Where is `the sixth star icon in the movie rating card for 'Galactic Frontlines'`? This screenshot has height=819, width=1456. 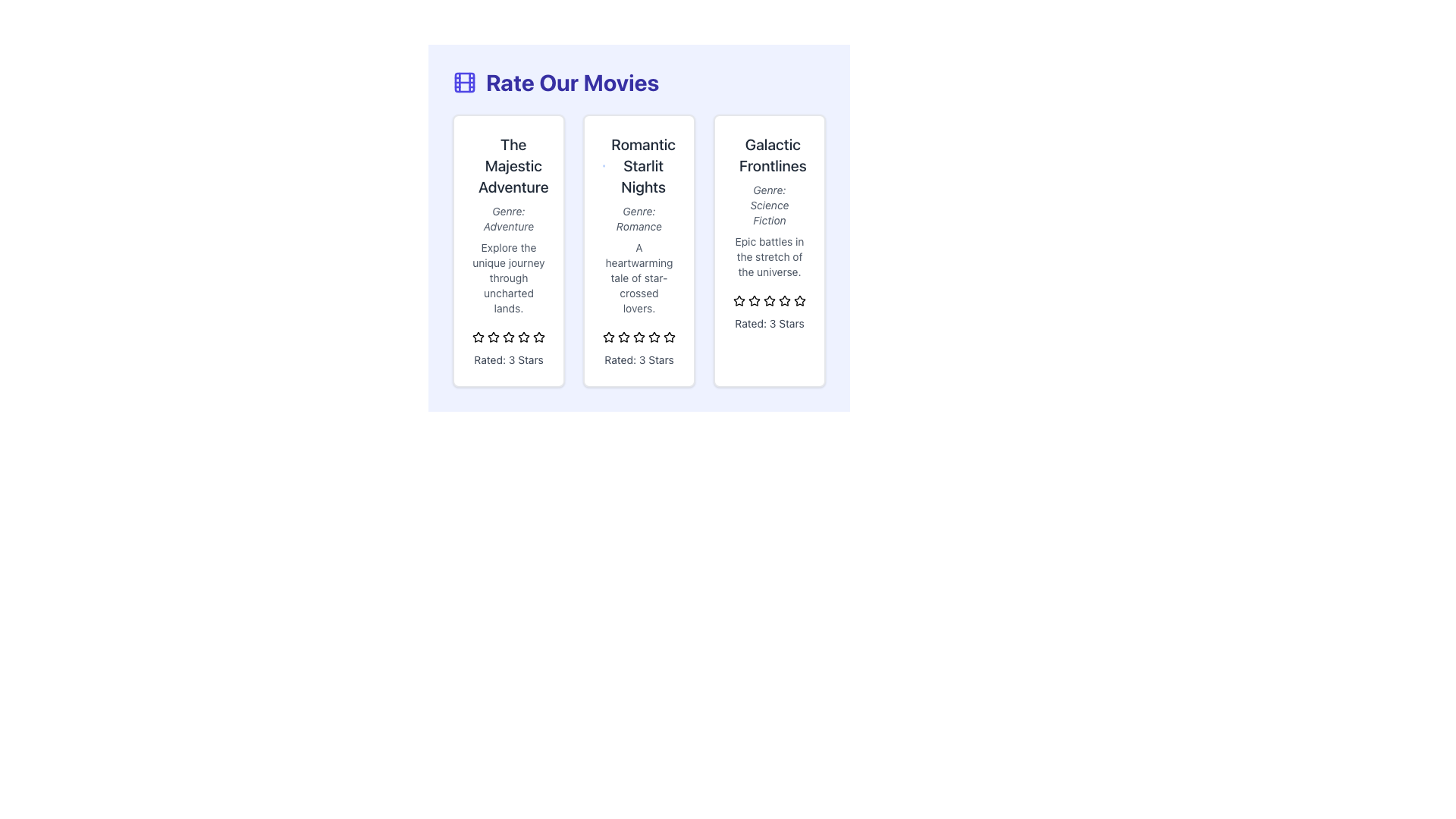 the sixth star icon in the movie rating card for 'Galactic Frontlines' is located at coordinates (799, 301).